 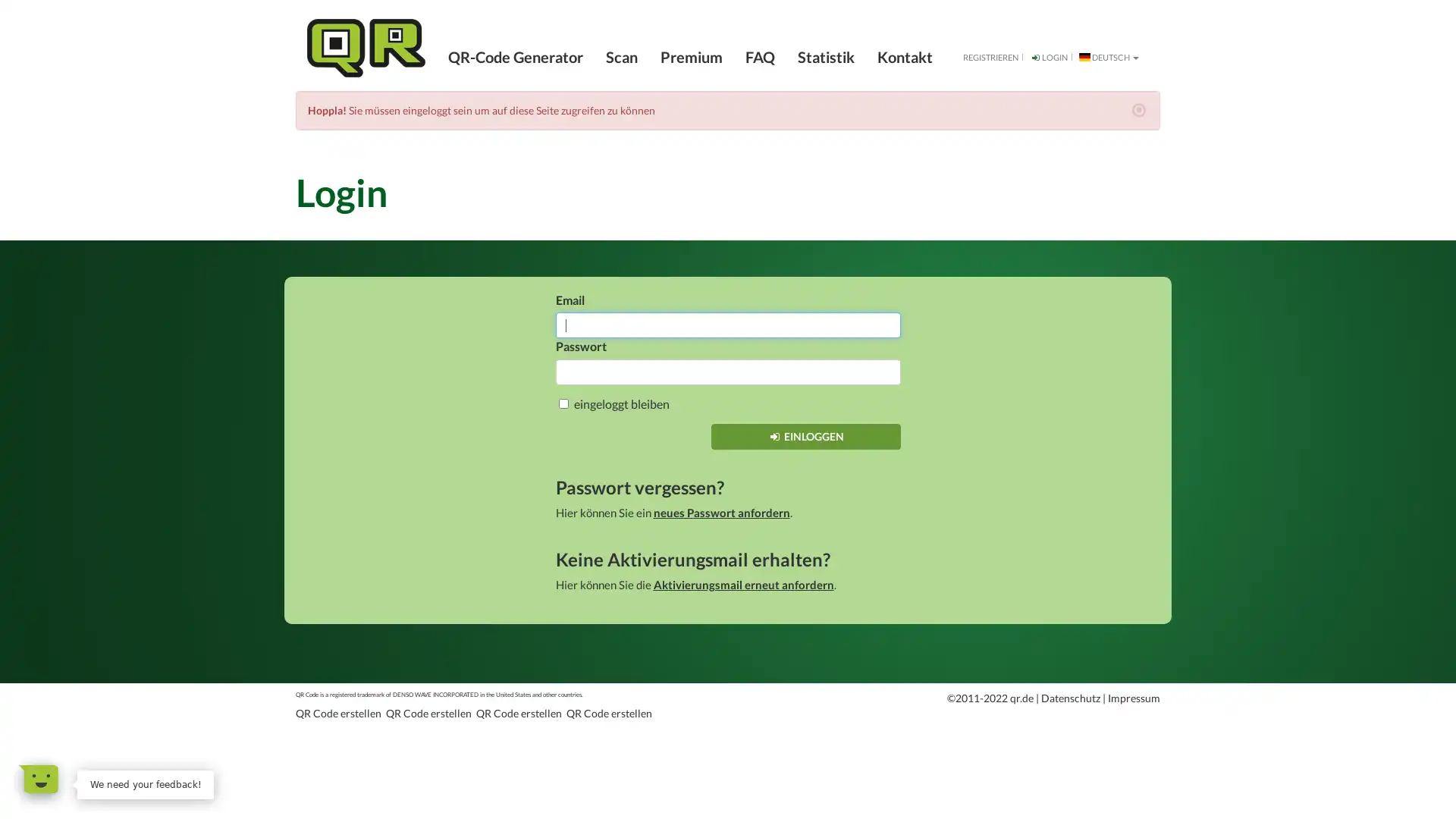 I want to click on Dismiss Message, so click(x=212, y=771).